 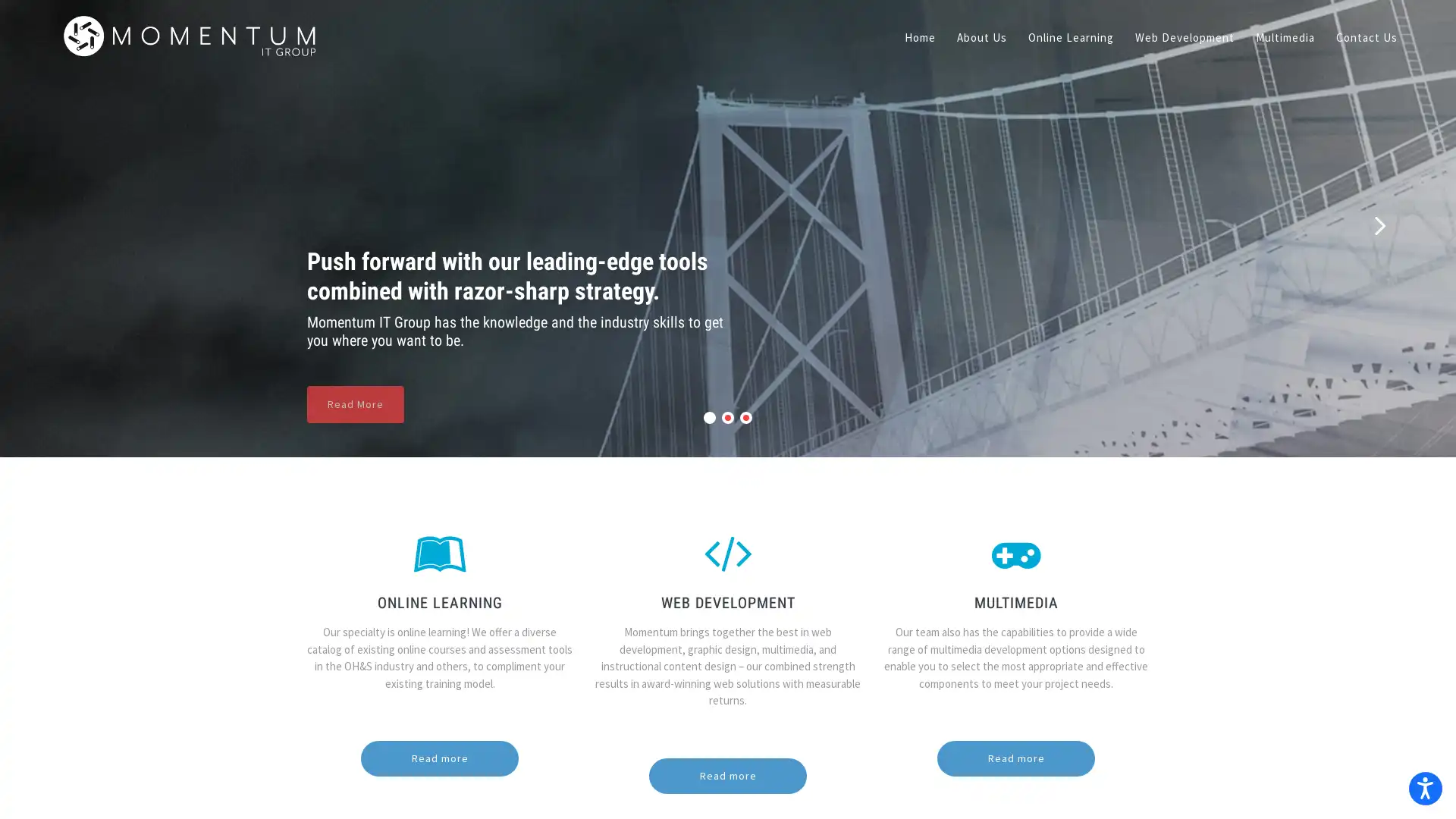 What do you see at coordinates (1423, 786) in the screenshot?
I see `Open accessibility options, statement and help` at bounding box center [1423, 786].